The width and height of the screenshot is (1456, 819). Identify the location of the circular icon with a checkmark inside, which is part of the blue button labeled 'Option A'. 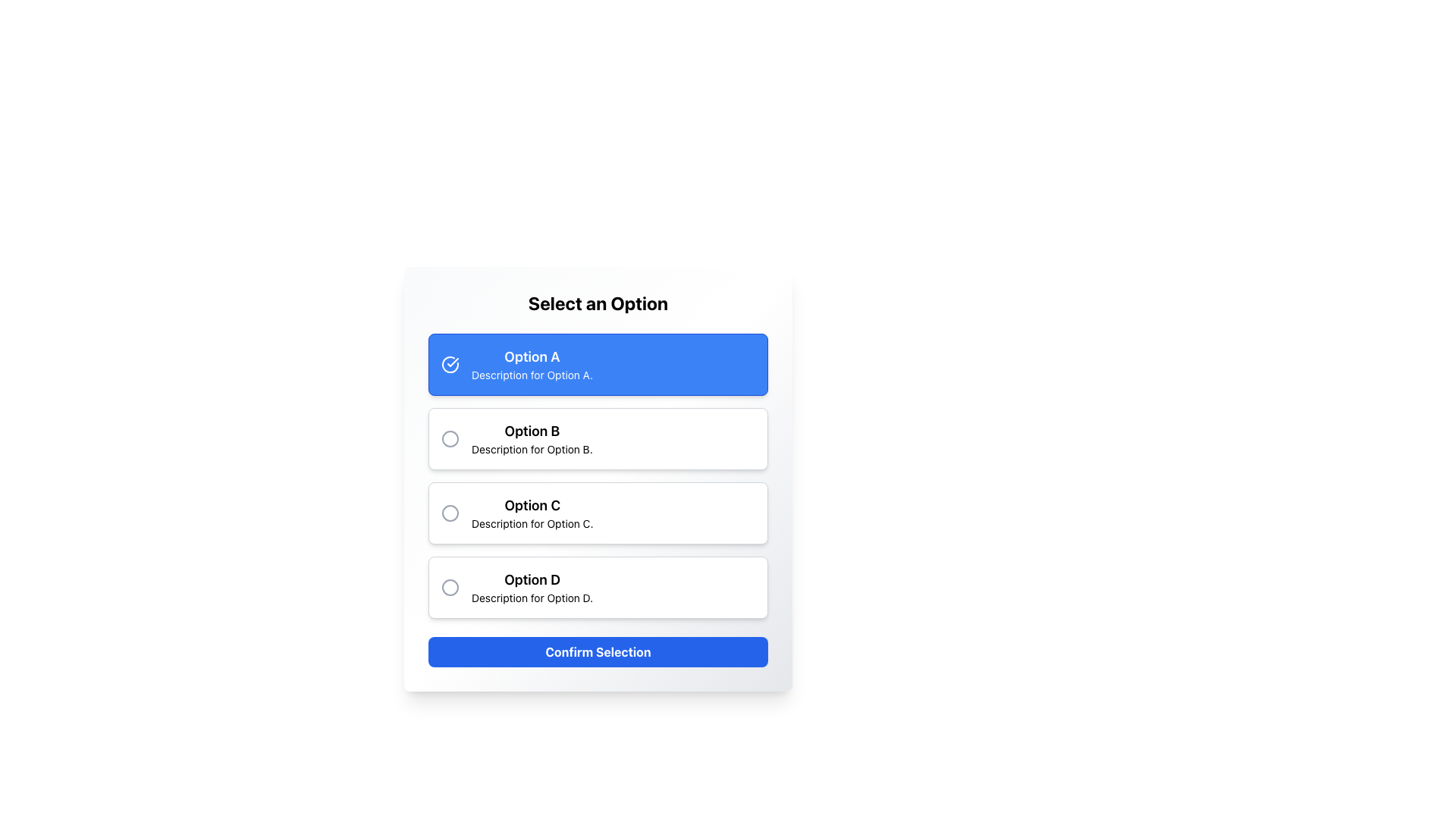
(450, 365).